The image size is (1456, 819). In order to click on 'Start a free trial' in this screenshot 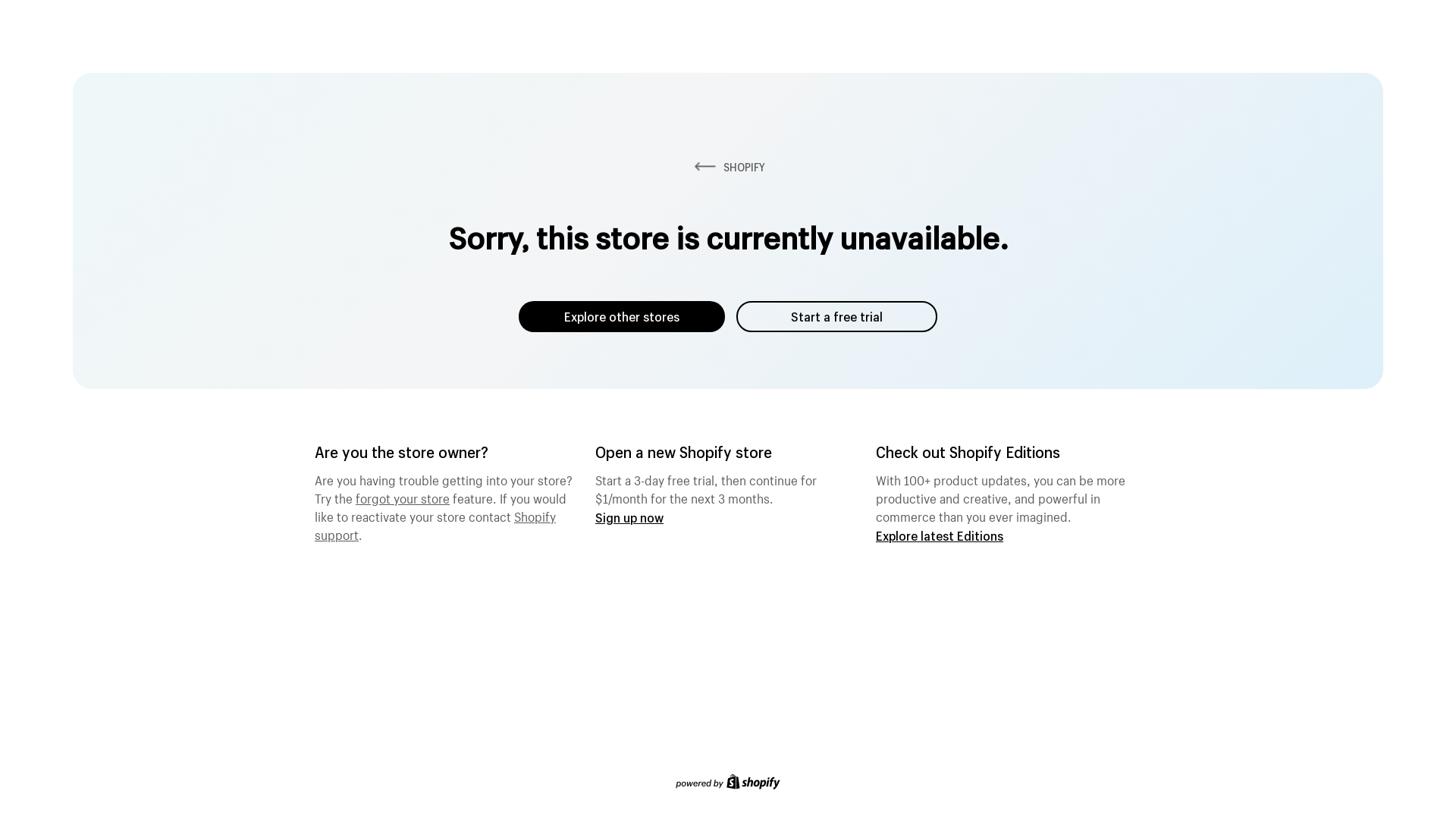, I will do `click(836, 315)`.